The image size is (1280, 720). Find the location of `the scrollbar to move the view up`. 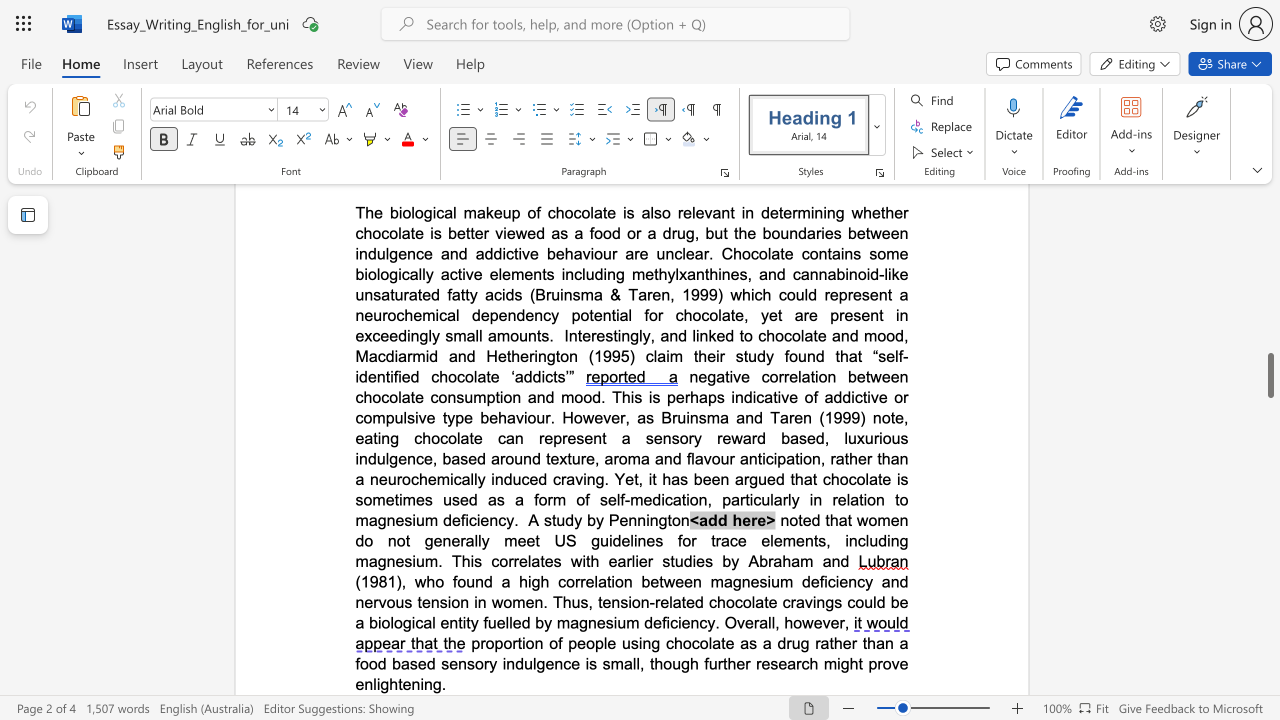

the scrollbar to move the view up is located at coordinates (1269, 408).